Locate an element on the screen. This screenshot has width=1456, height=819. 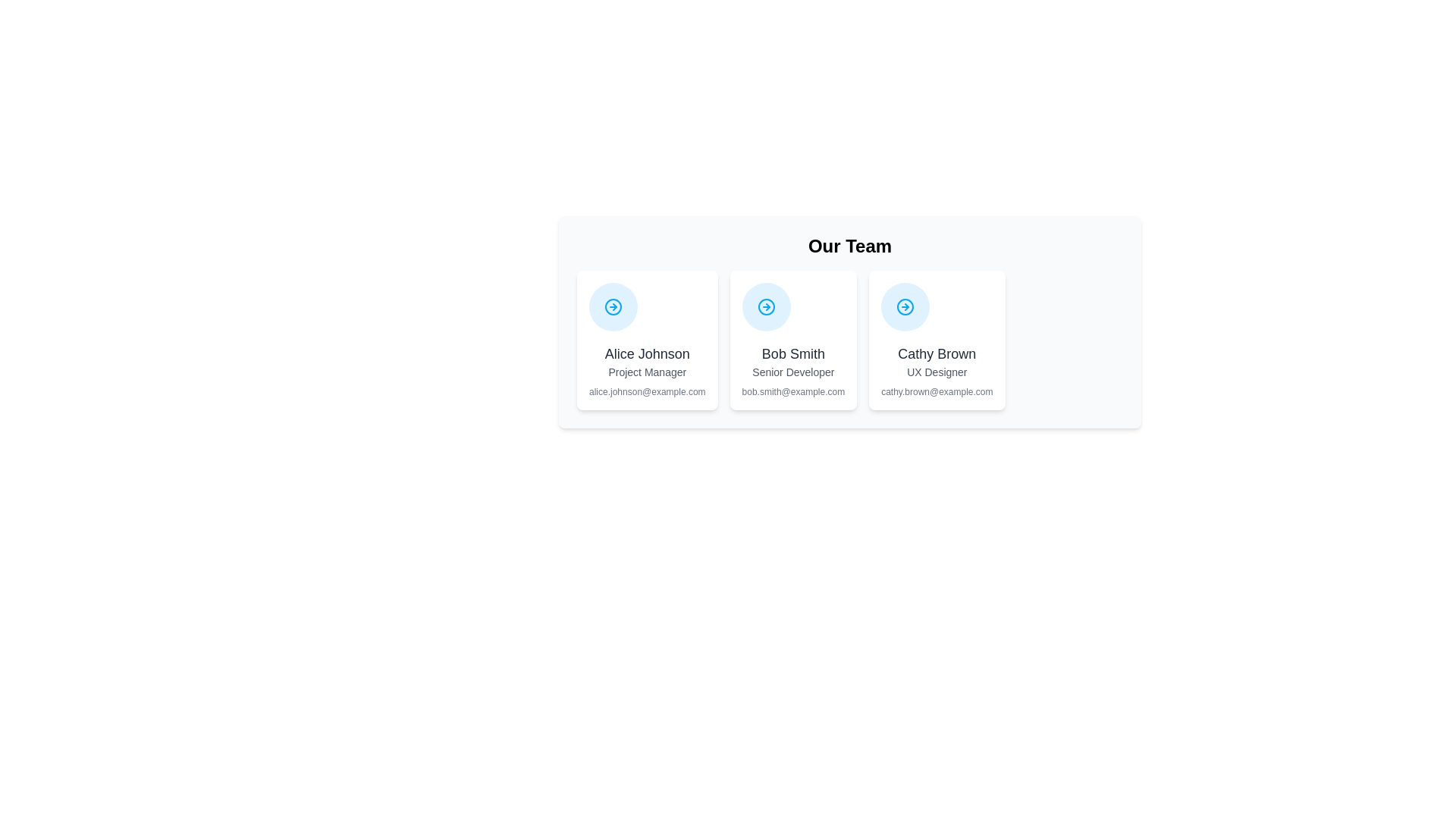
the central icon representing navigation or action related to 'Bob Smith' in the 'Our Team' section of the profile card is located at coordinates (766, 307).